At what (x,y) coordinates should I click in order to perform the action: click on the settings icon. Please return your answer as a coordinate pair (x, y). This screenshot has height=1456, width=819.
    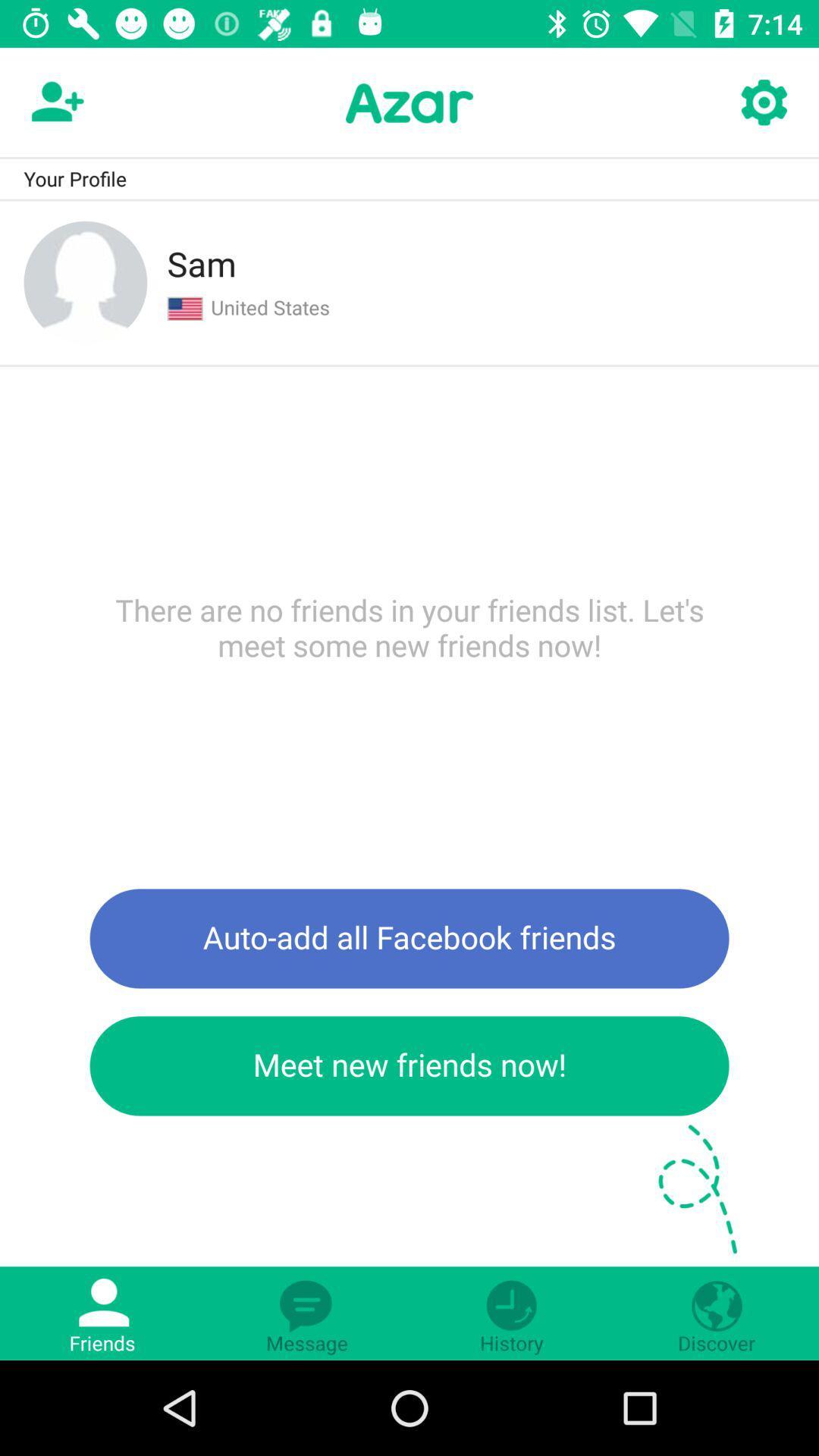
    Looking at the image, I should click on (763, 102).